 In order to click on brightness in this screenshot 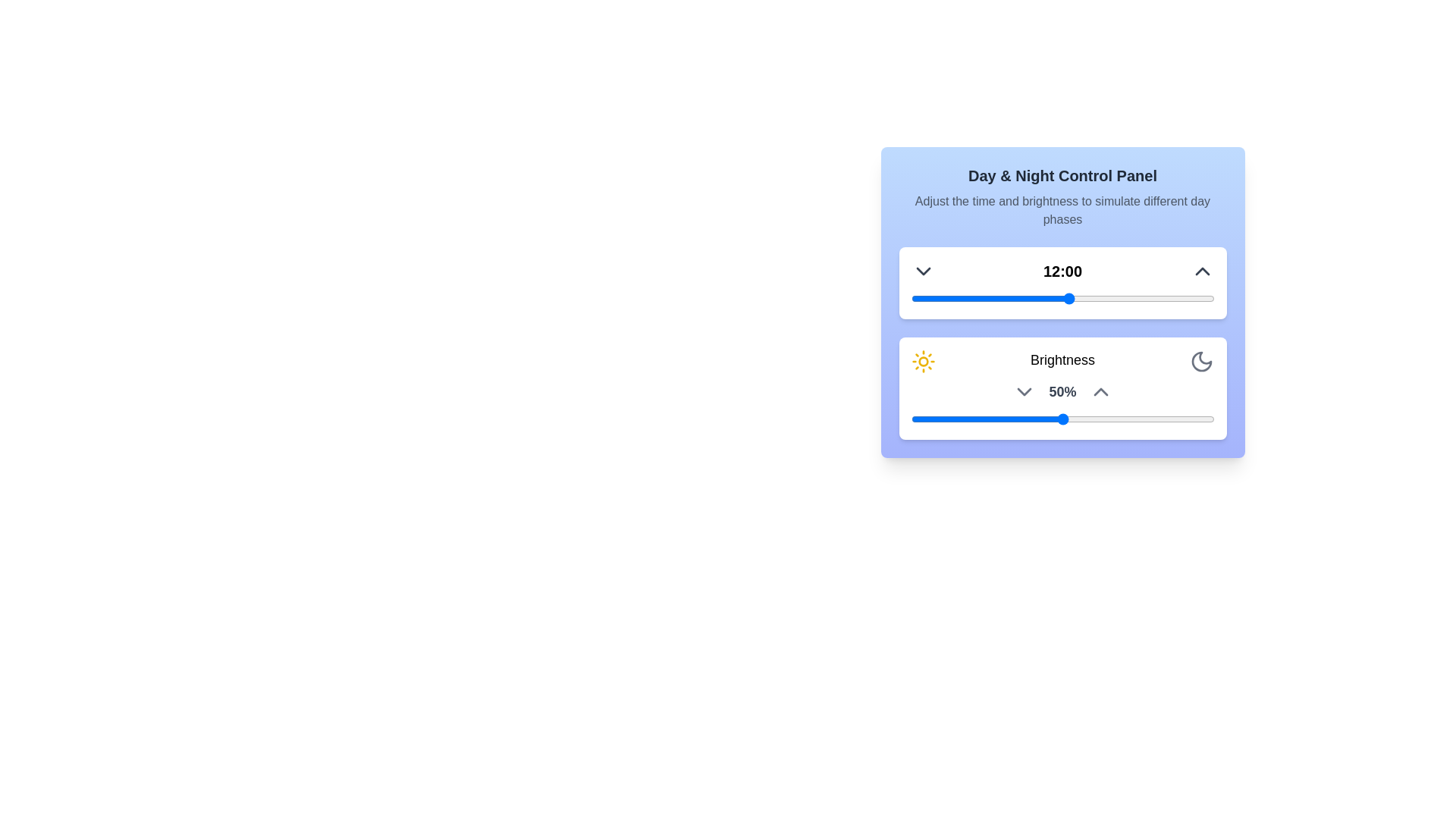, I will do `click(1153, 419)`.